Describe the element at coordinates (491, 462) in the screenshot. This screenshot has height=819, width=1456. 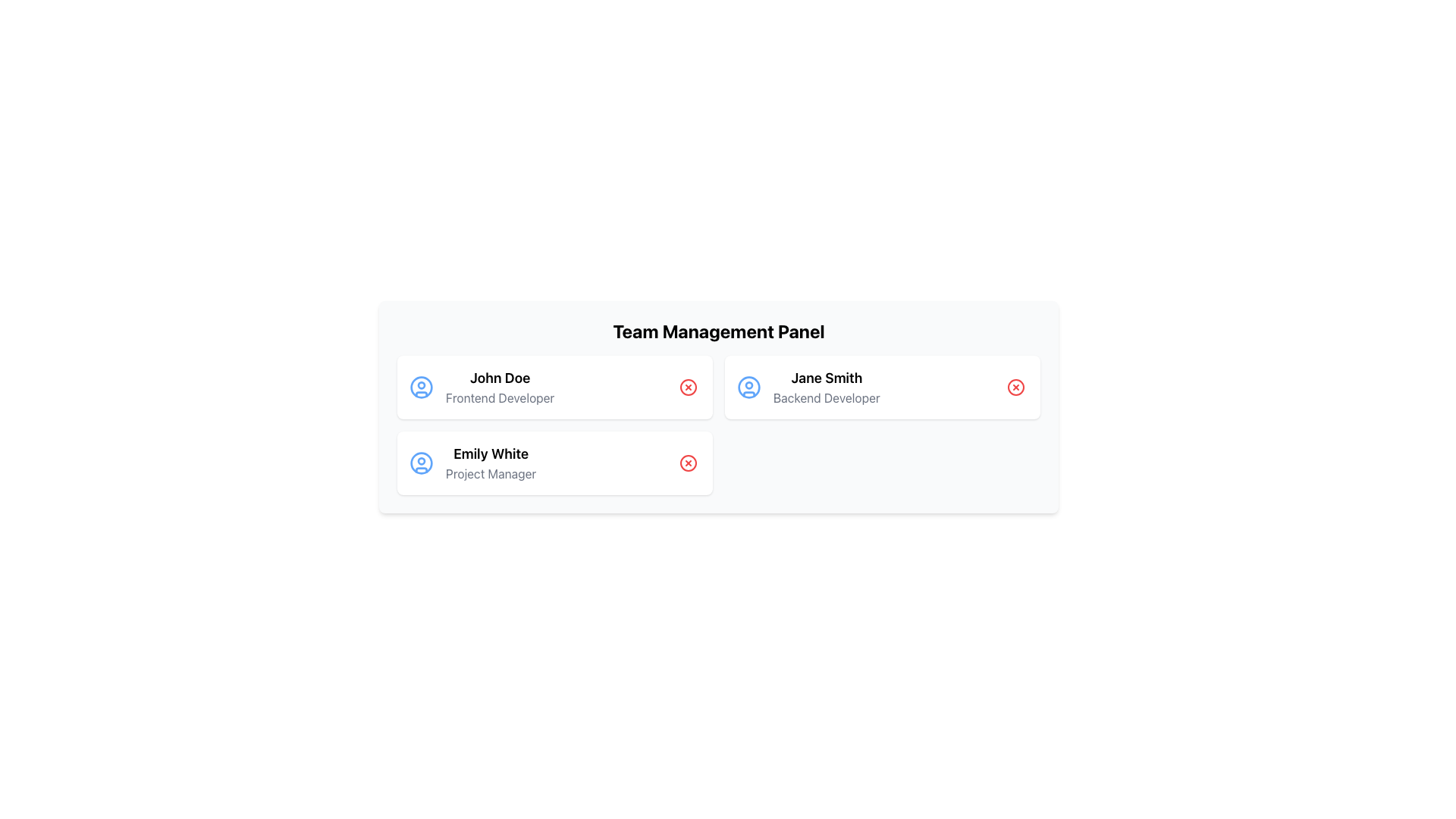
I see `the Profile Display element showing the name 'Emily White' and title 'Project Manager' located in the lower left cell of the Team Management Panel` at that location.